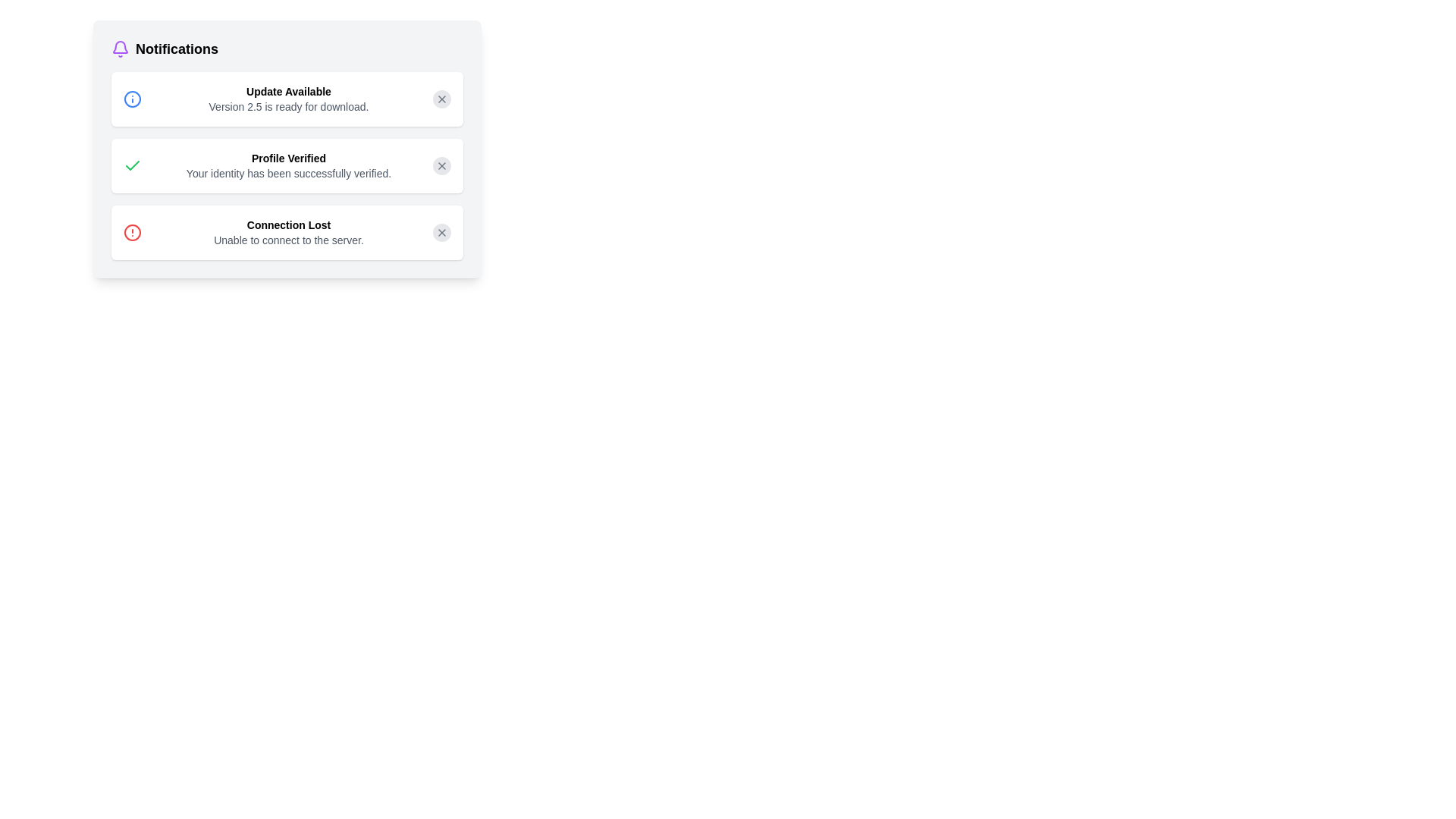  Describe the element at coordinates (441, 233) in the screenshot. I see `close button for the notification titled 'Connection Lost'` at that location.